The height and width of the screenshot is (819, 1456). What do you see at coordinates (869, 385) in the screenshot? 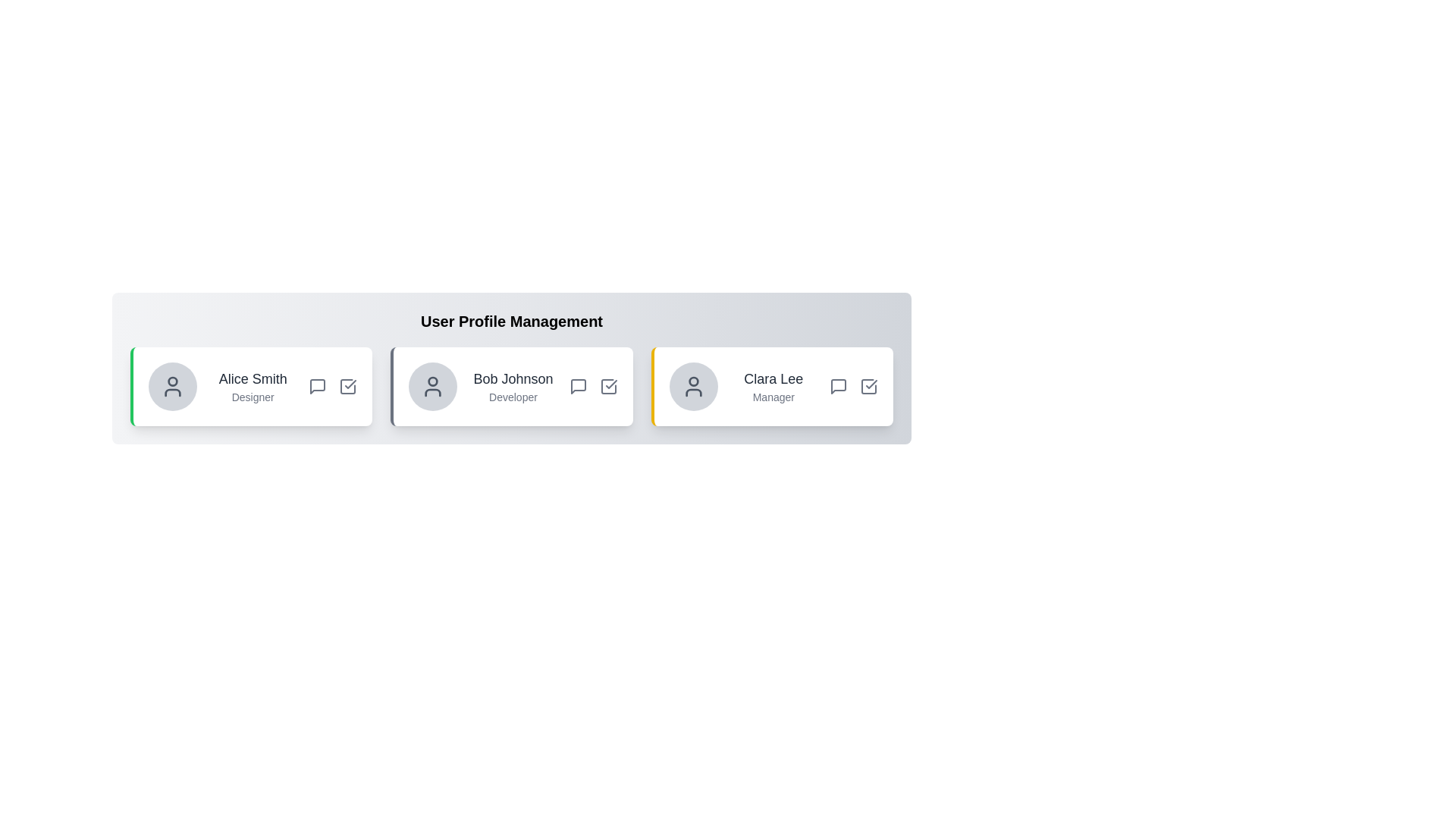
I see `the interactive icon located at the top right corner of the card for user 'Clara Lee, Manager', which indicates or toggles a checked state` at bounding box center [869, 385].